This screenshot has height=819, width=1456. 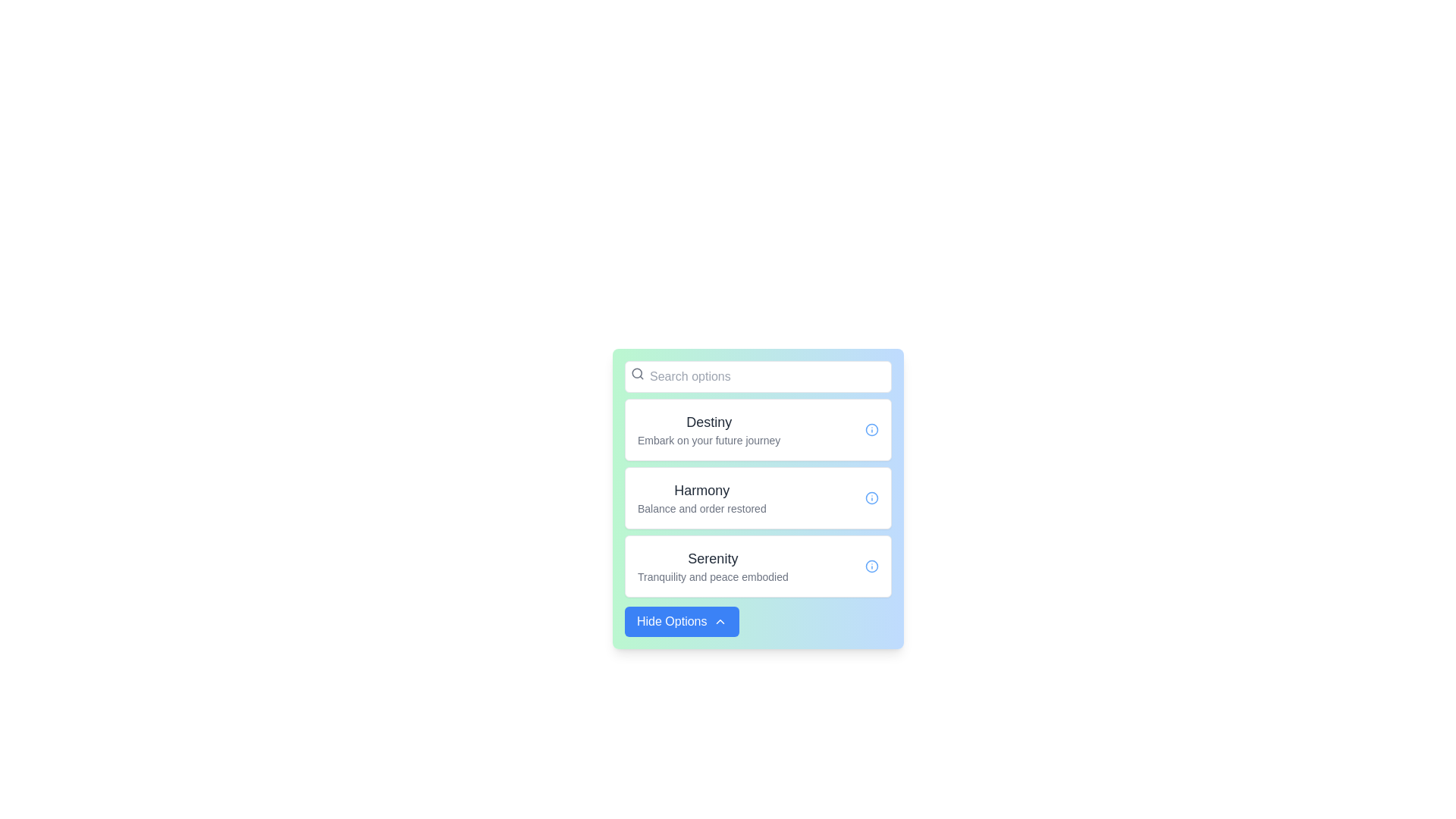 I want to click on the descriptive text label for the 'Destiny' category, which is positioned directly beneath the 'Destiny' text and is centered in the second row of a vertical list of options, so click(x=708, y=441).